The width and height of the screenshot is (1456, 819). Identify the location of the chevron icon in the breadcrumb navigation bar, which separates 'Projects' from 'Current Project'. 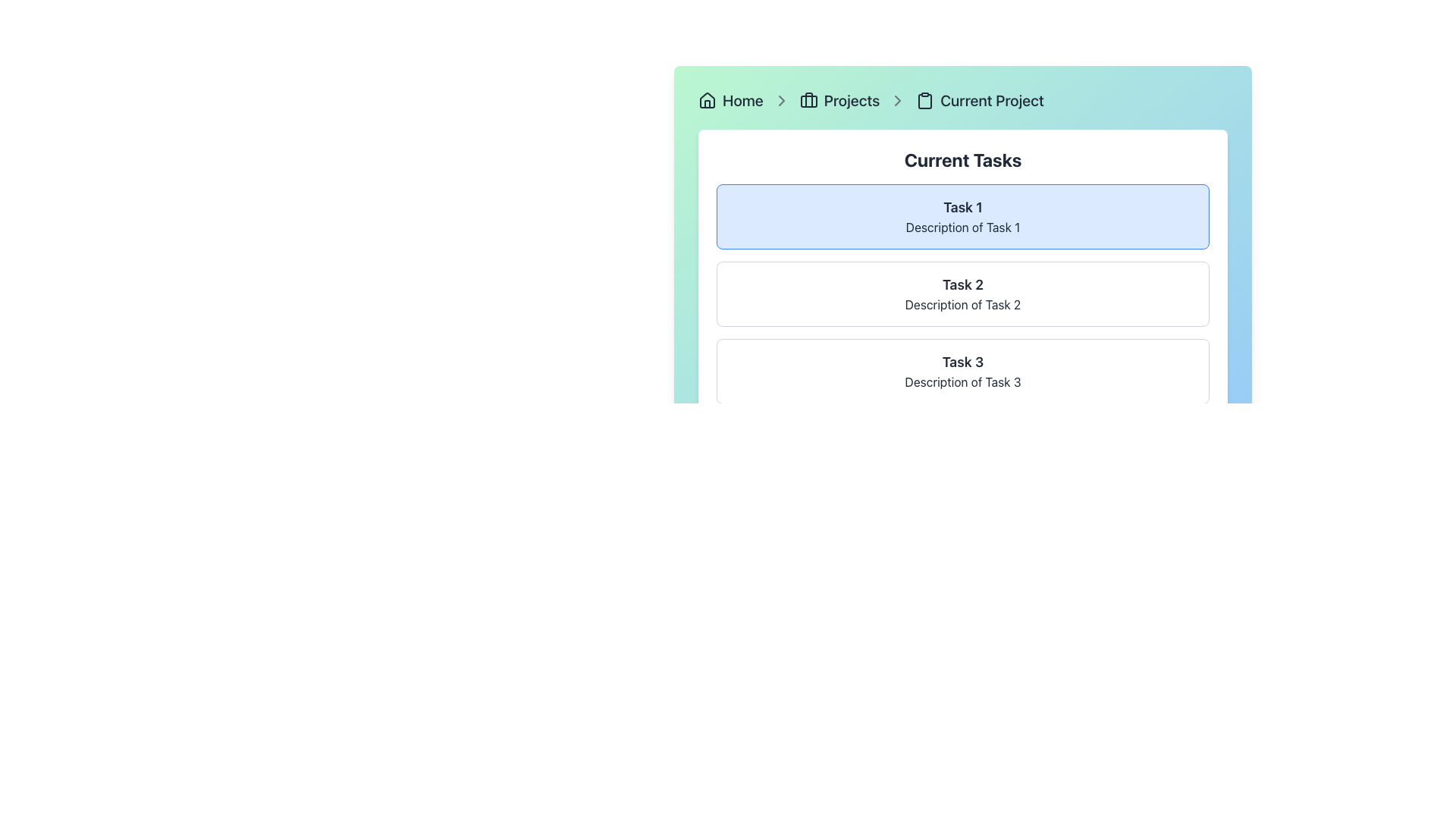
(898, 100).